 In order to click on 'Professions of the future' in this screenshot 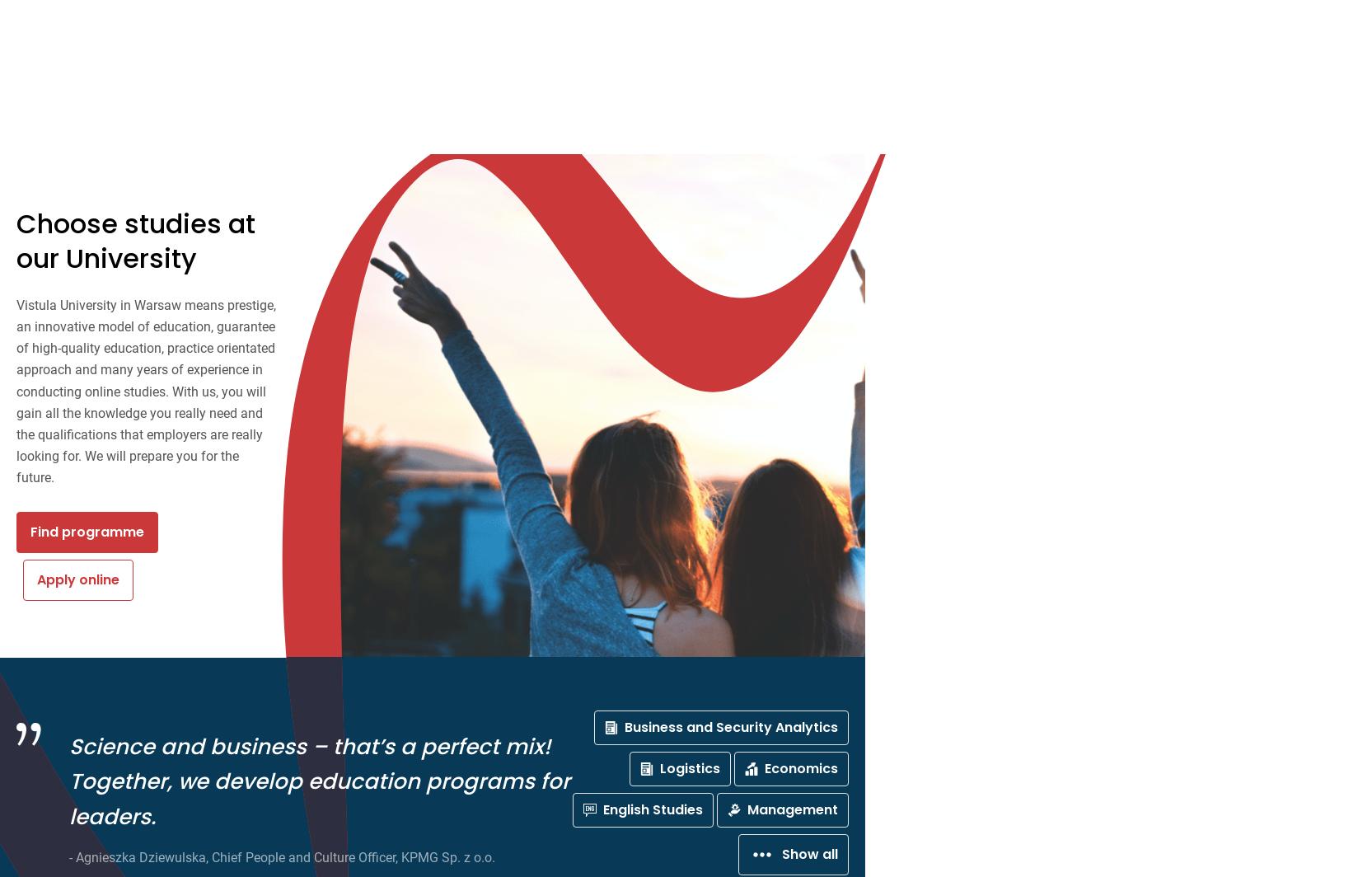, I will do `click(119, 219)`.